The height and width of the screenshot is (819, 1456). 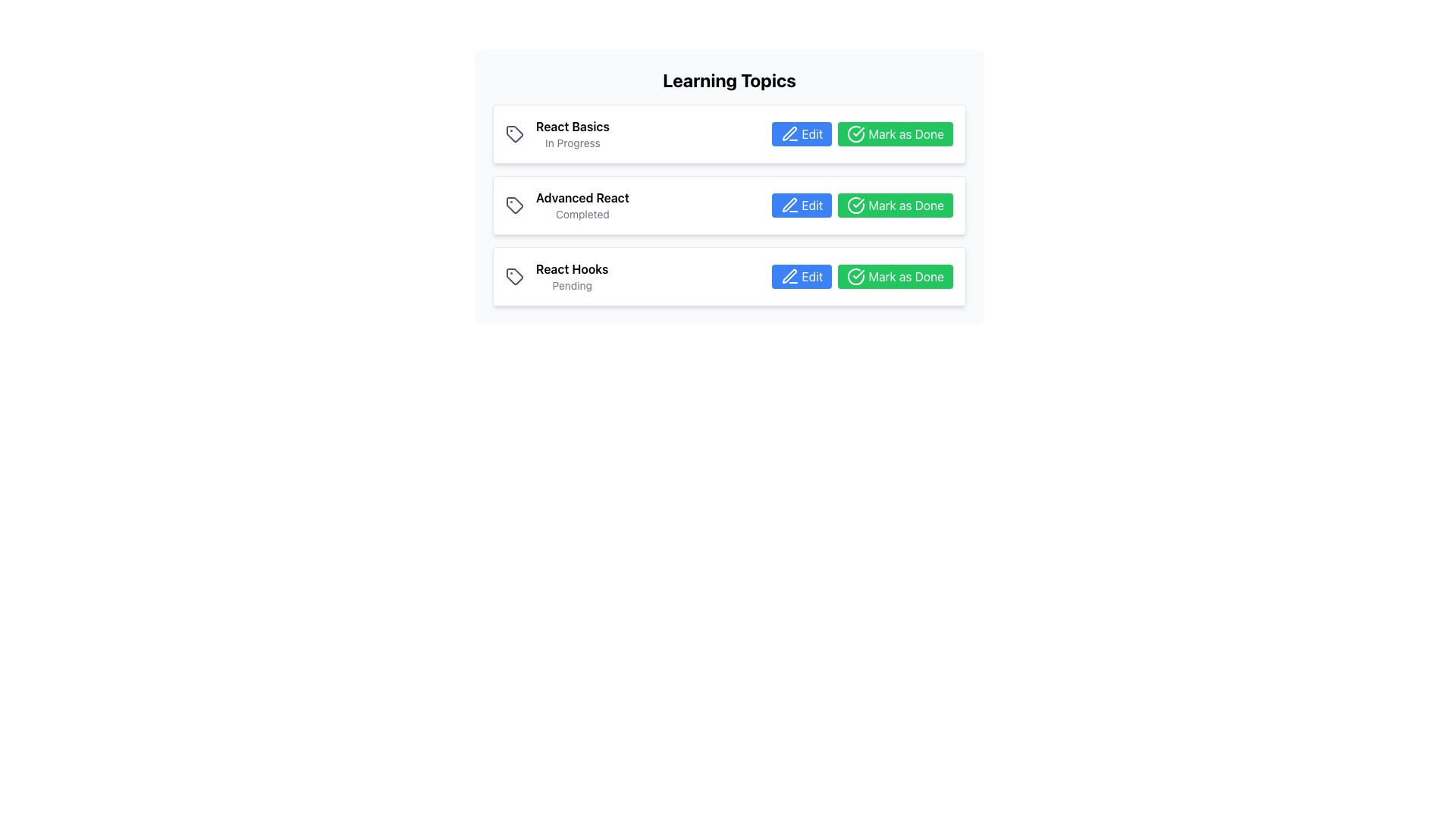 What do you see at coordinates (896, 205) in the screenshot?
I see `the button located on the right side of the second row in the 'Learning Topics' list to mark the topic as completed` at bounding box center [896, 205].